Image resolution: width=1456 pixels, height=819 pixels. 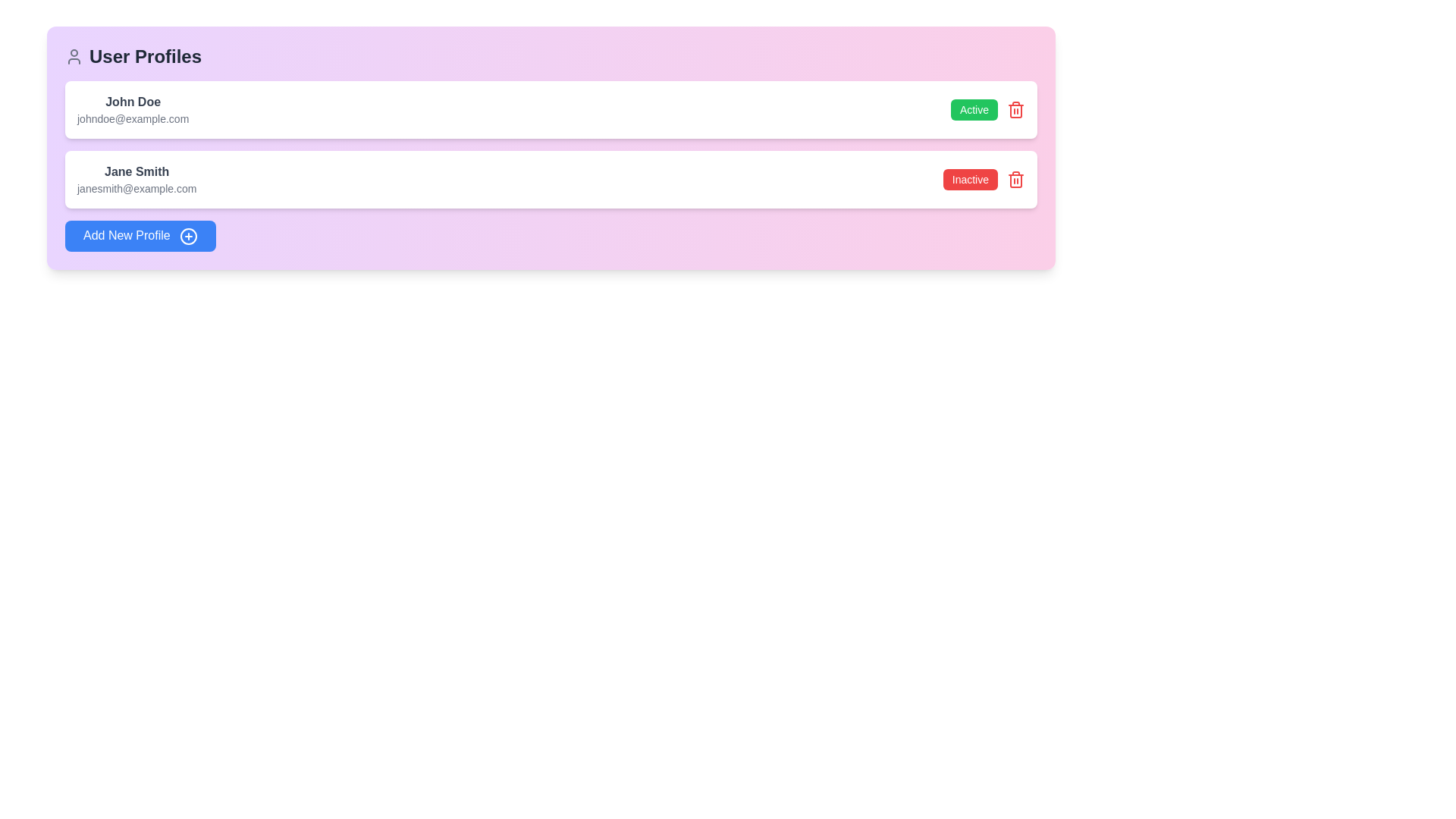 I want to click on the static text displaying the email address 'johndoe@example.com' located beneath the name 'John Doe' in the user profile section, so click(x=133, y=118).